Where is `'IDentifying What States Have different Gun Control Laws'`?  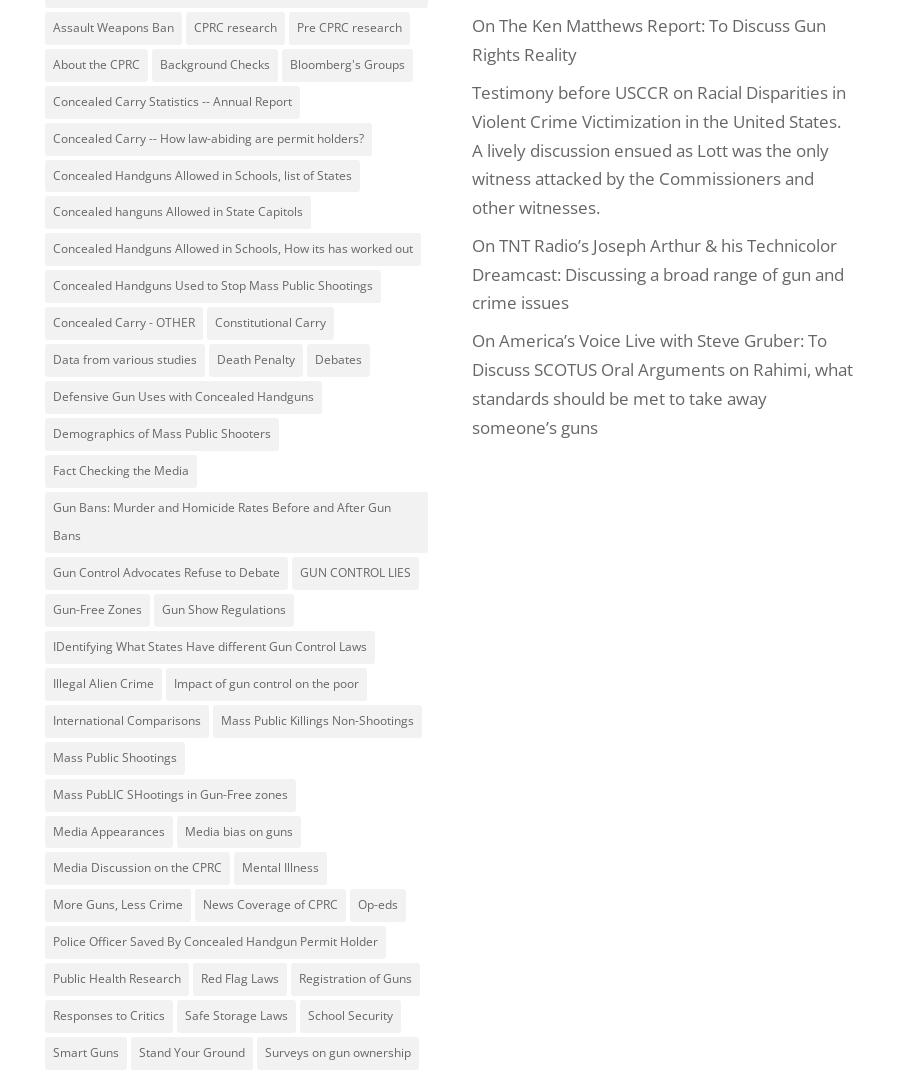 'IDentifying What States Have different Gun Control Laws' is located at coordinates (209, 645).